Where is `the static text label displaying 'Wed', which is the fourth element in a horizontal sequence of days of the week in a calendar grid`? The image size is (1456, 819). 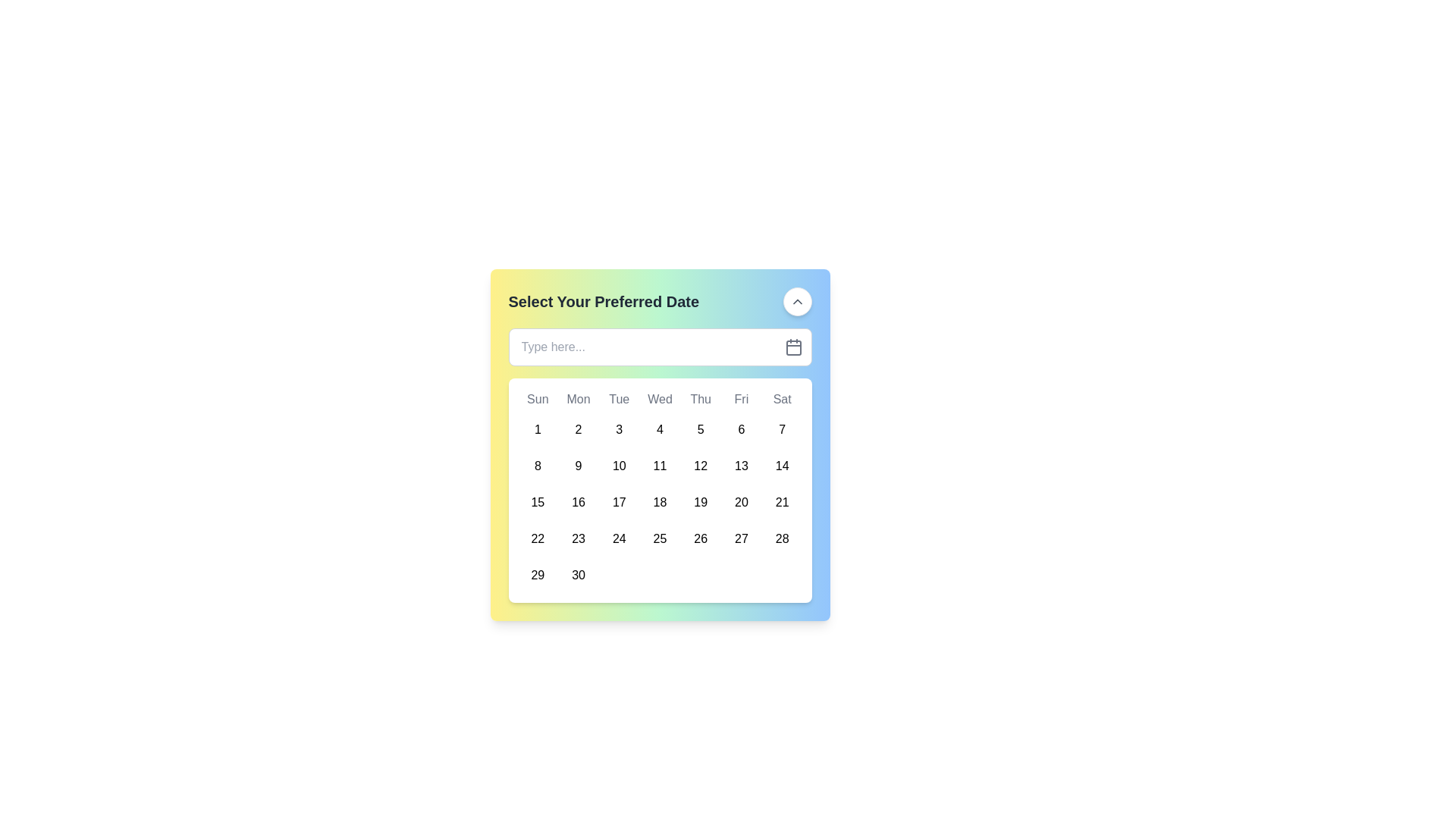 the static text label displaying 'Wed', which is the fourth element in a horizontal sequence of days of the week in a calendar grid is located at coordinates (660, 399).